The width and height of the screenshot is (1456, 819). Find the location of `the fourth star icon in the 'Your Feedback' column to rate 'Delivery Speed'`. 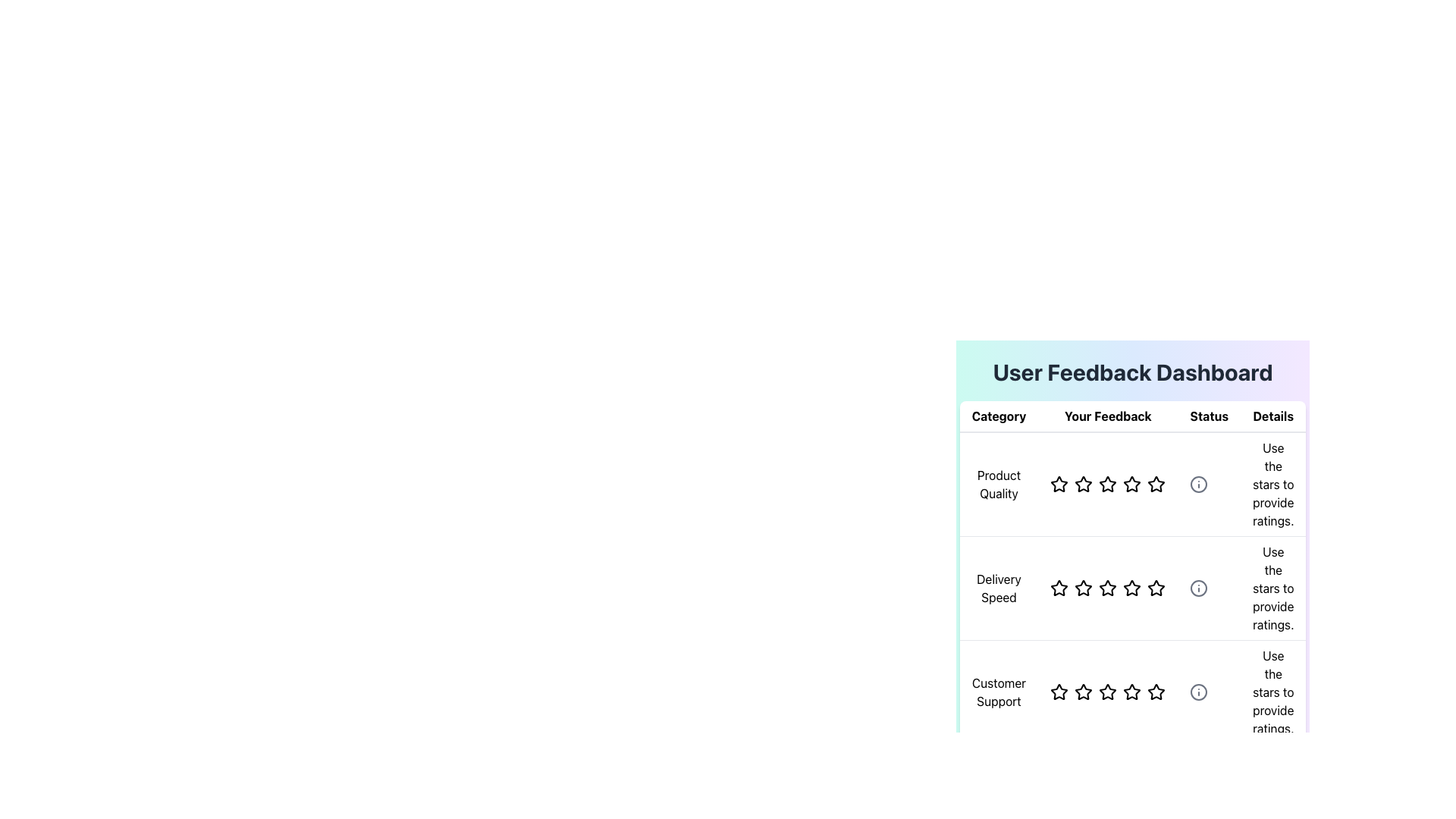

the fourth star icon in the 'Your Feedback' column to rate 'Delivery Speed' is located at coordinates (1132, 587).